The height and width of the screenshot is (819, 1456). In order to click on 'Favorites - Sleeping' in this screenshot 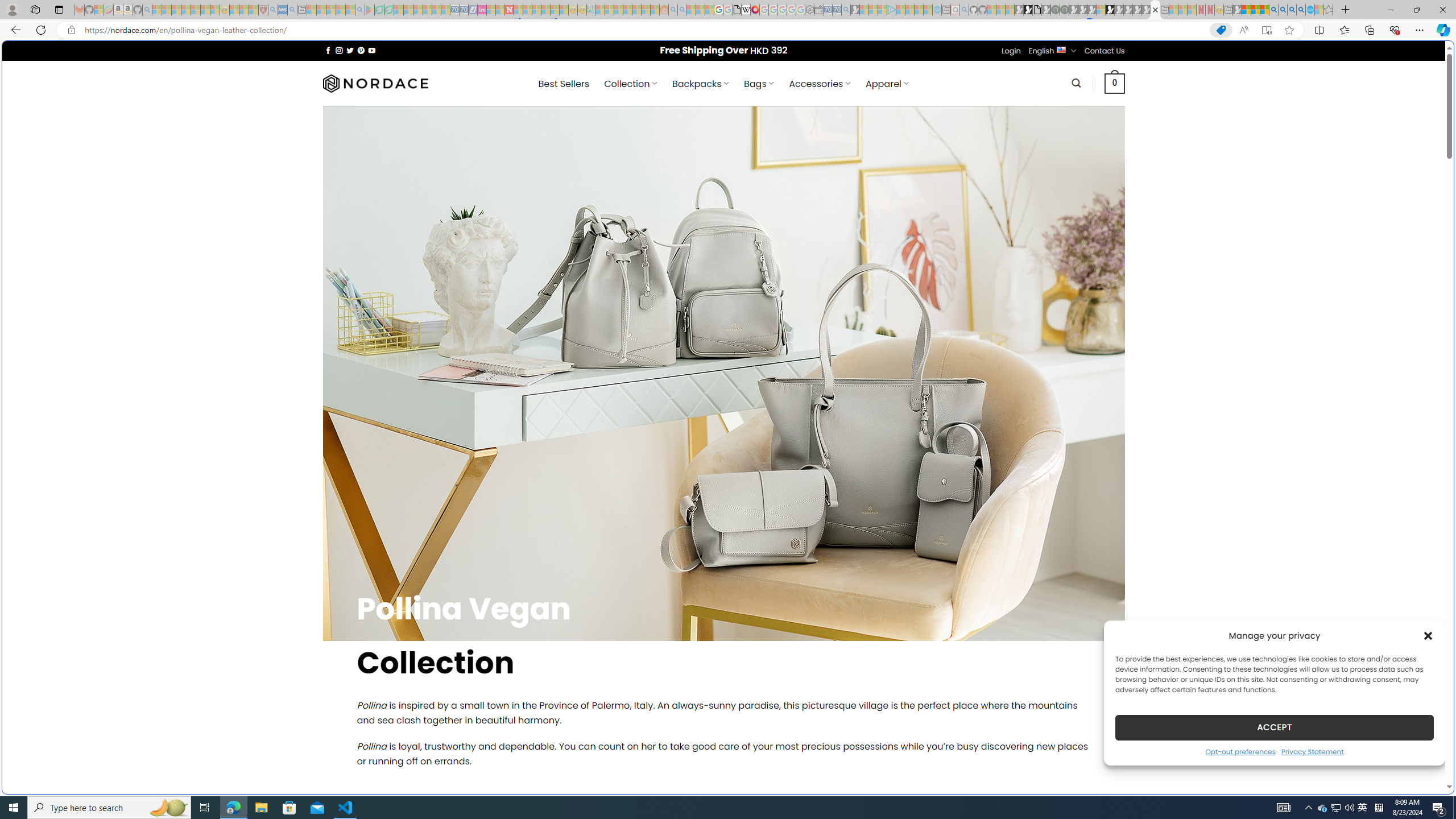, I will do `click(1328, 9)`.